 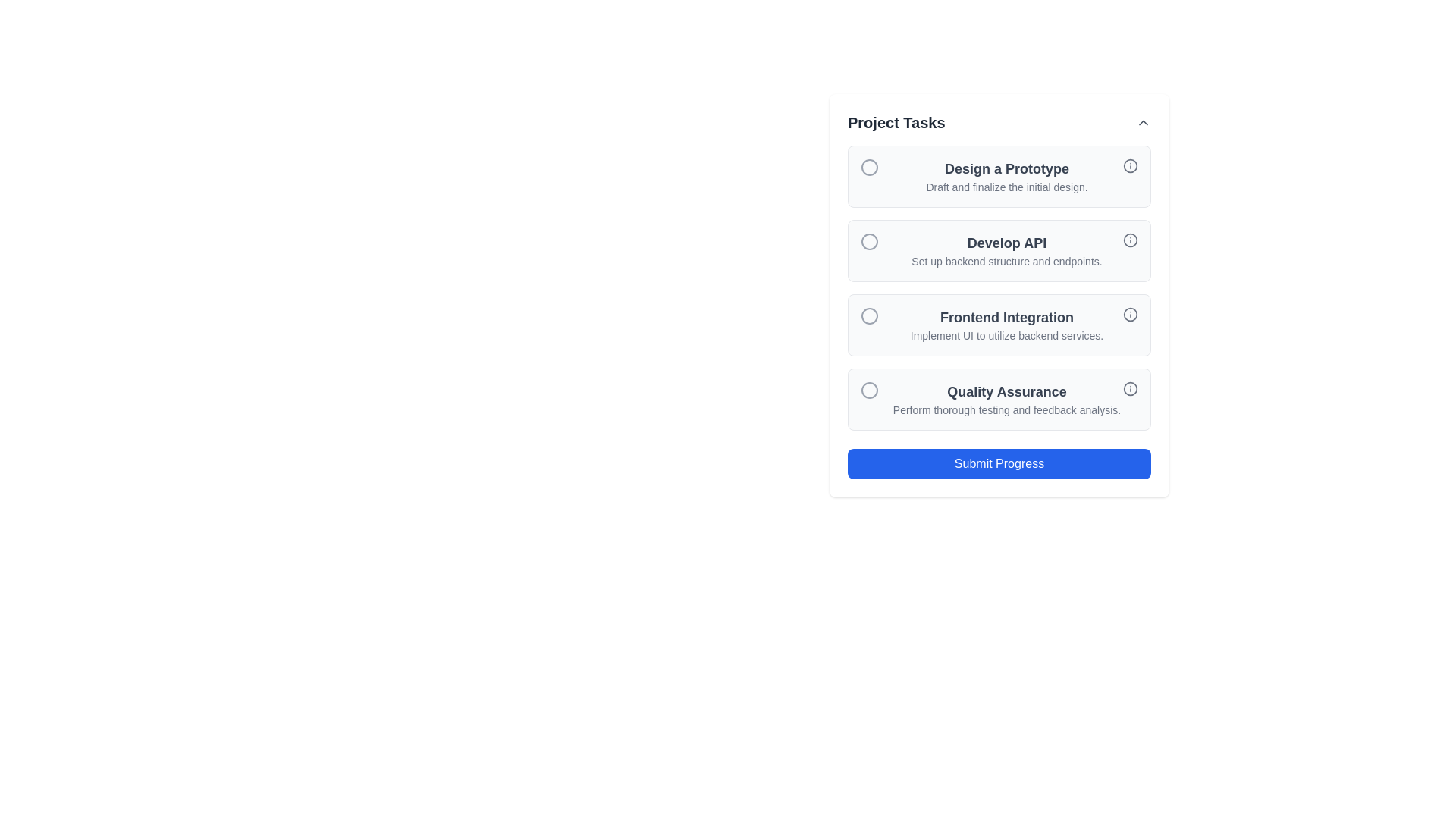 What do you see at coordinates (1007, 409) in the screenshot?
I see `the non-interactive text label providing explanatory content for the task titled 'Quality Assurance', which is positioned below the larger header 'Quality Assurance'` at bounding box center [1007, 409].